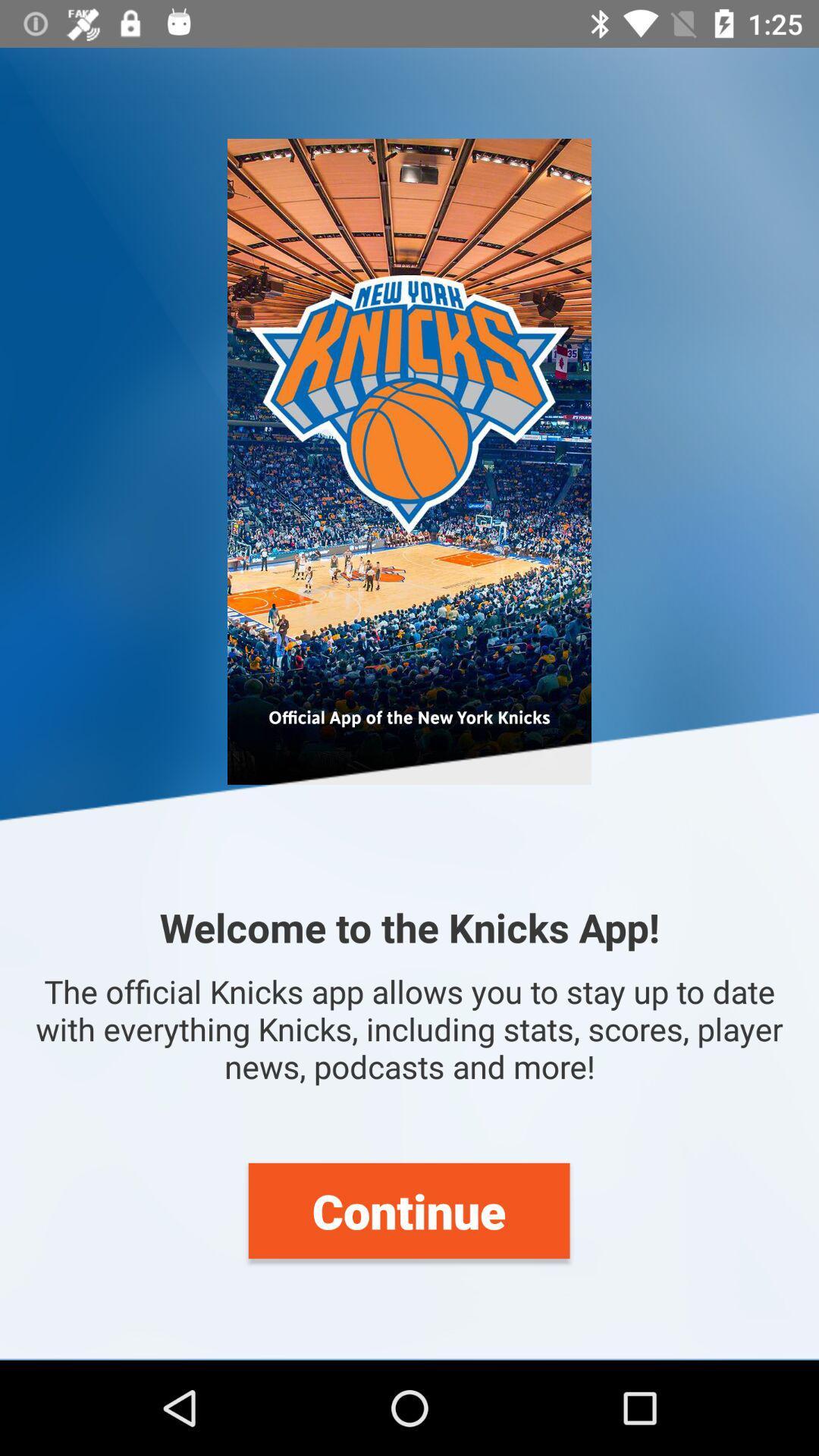 This screenshot has height=1456, width=819. What do you see at coordinates (408, 1210) in the screenshot?
I see `continue icon` at bounding box center [408, 1210].